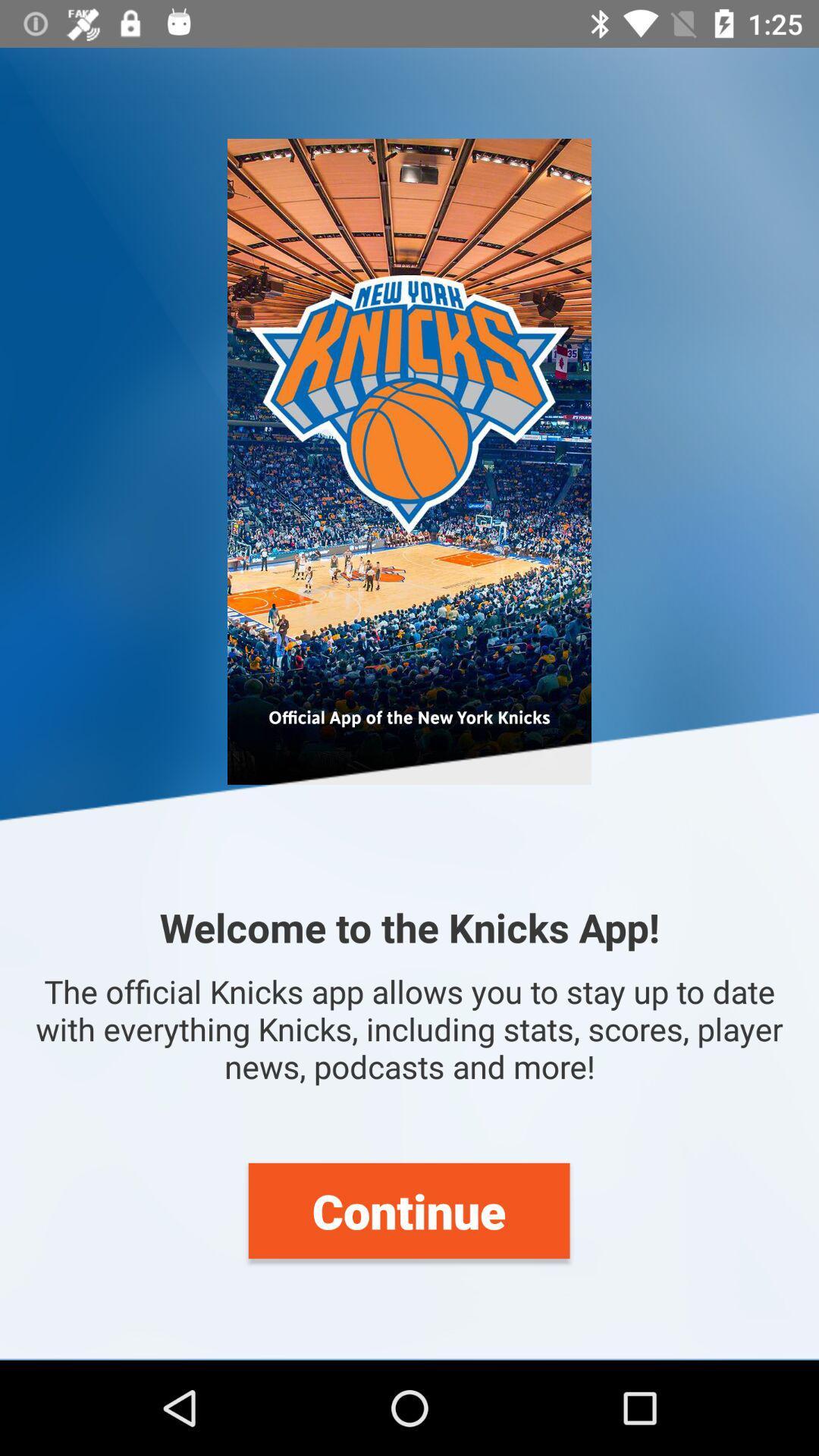 This screenshot has height=1456, width=819. What do you see at coordinates (408, 1210) in the screenshot?
I see `continue icon` at bounding box center [408, 1210].